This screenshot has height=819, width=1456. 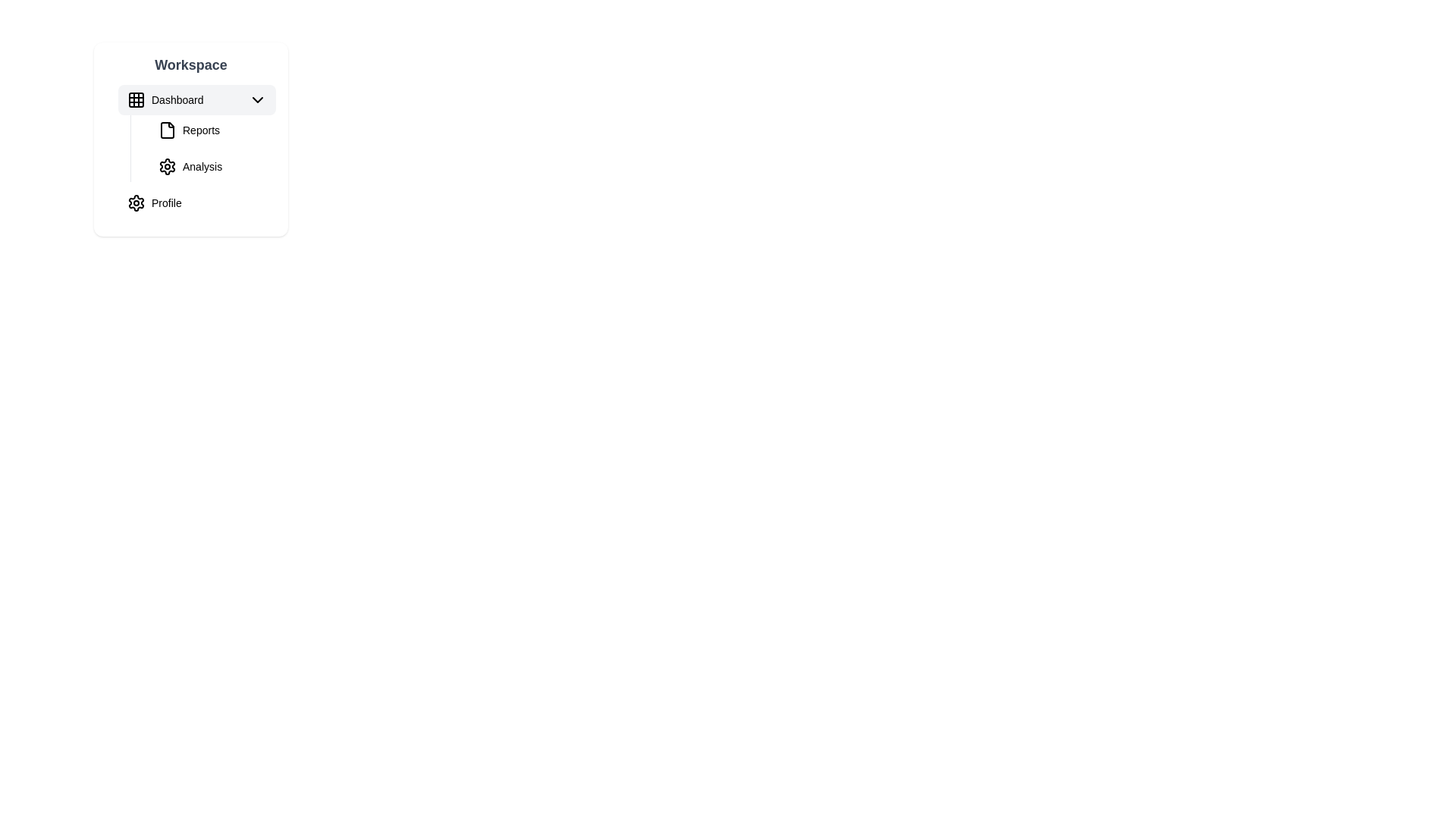 I want to click on the text label indicating the 'Dashboard' section, which is positioned as the first entry under the 'Workspace' section, so click(x=177, y=99).